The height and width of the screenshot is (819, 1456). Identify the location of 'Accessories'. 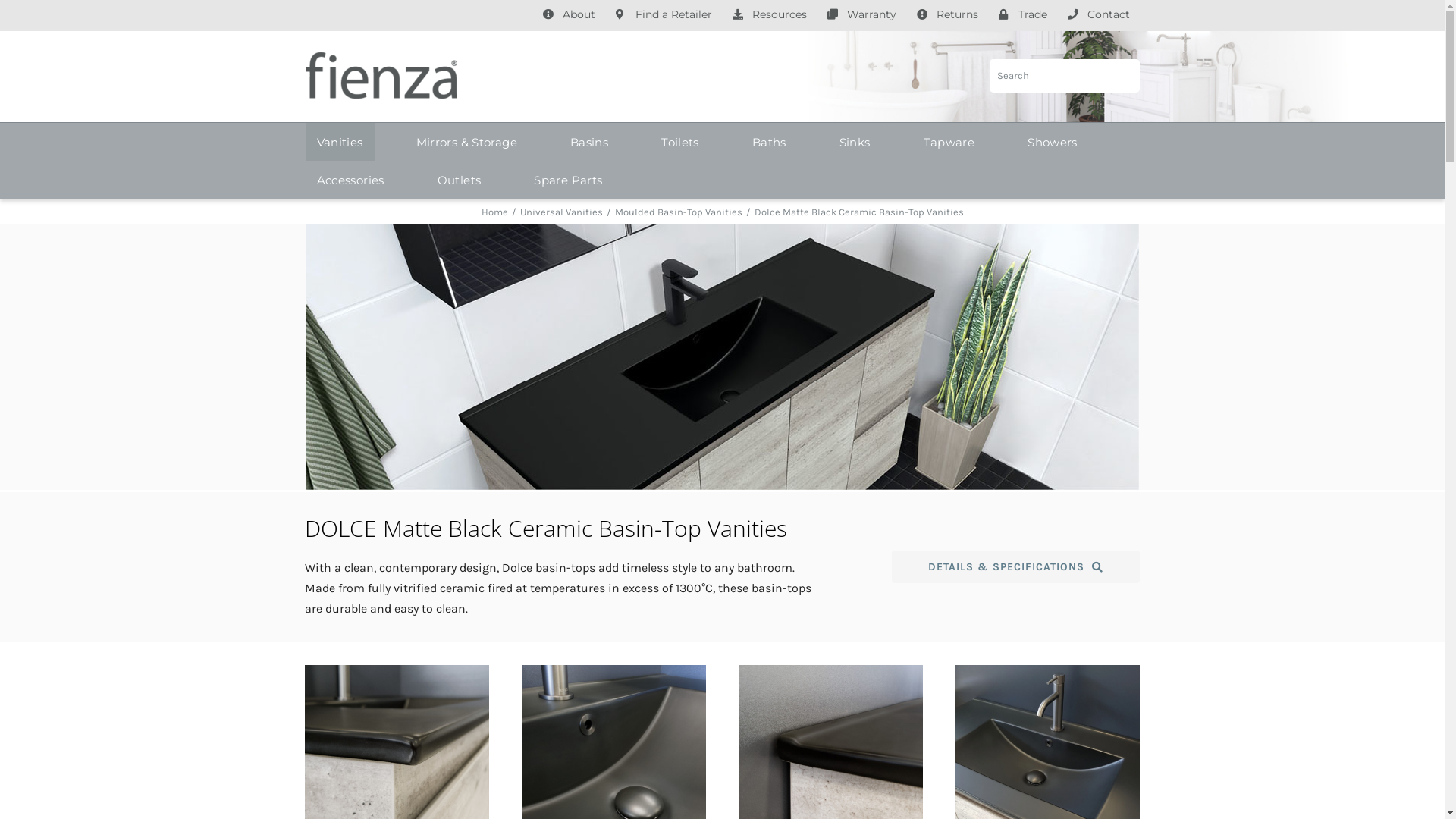
(349, 178).